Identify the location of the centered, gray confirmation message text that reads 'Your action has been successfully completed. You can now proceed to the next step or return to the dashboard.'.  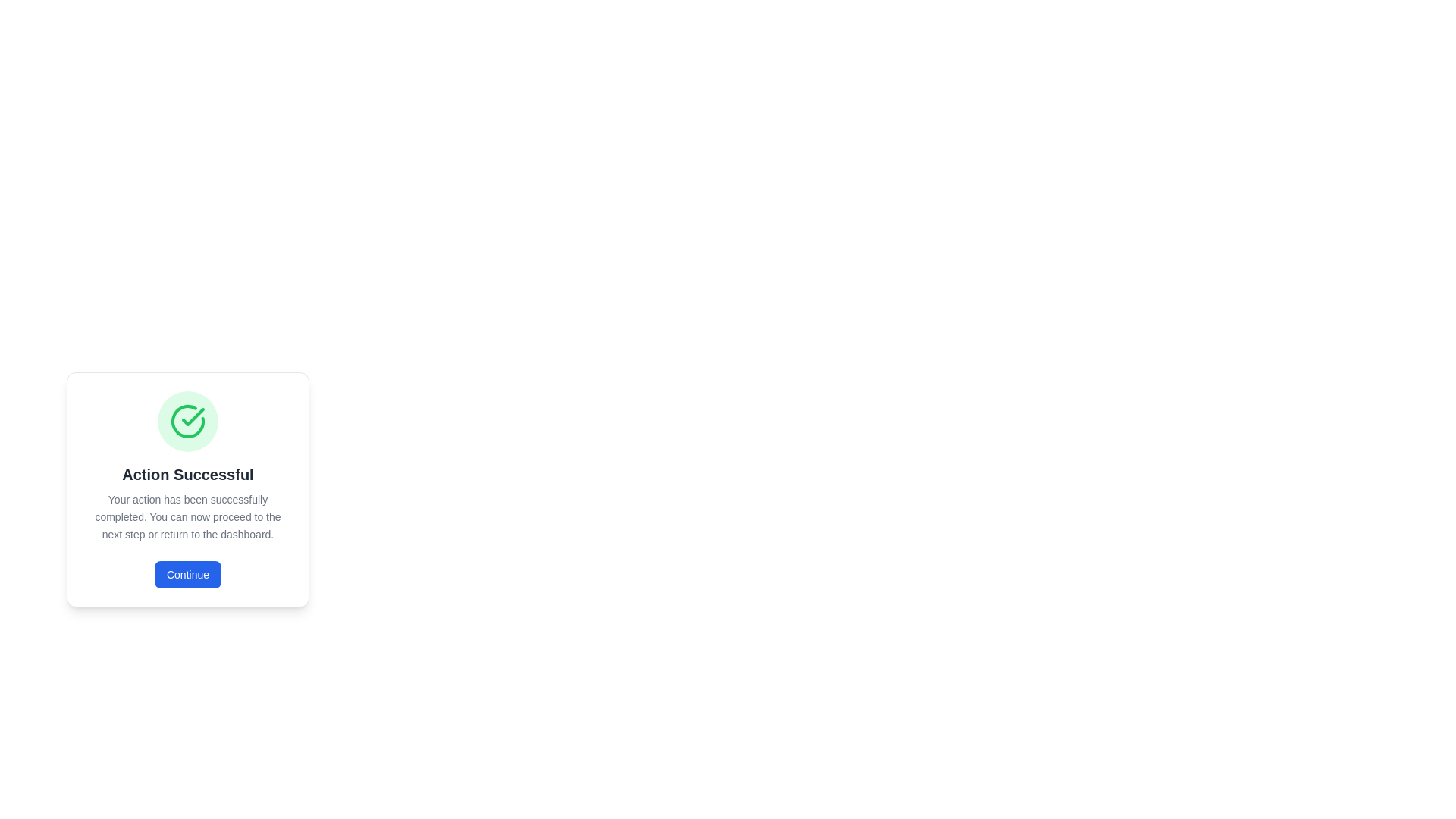
(187, 516).